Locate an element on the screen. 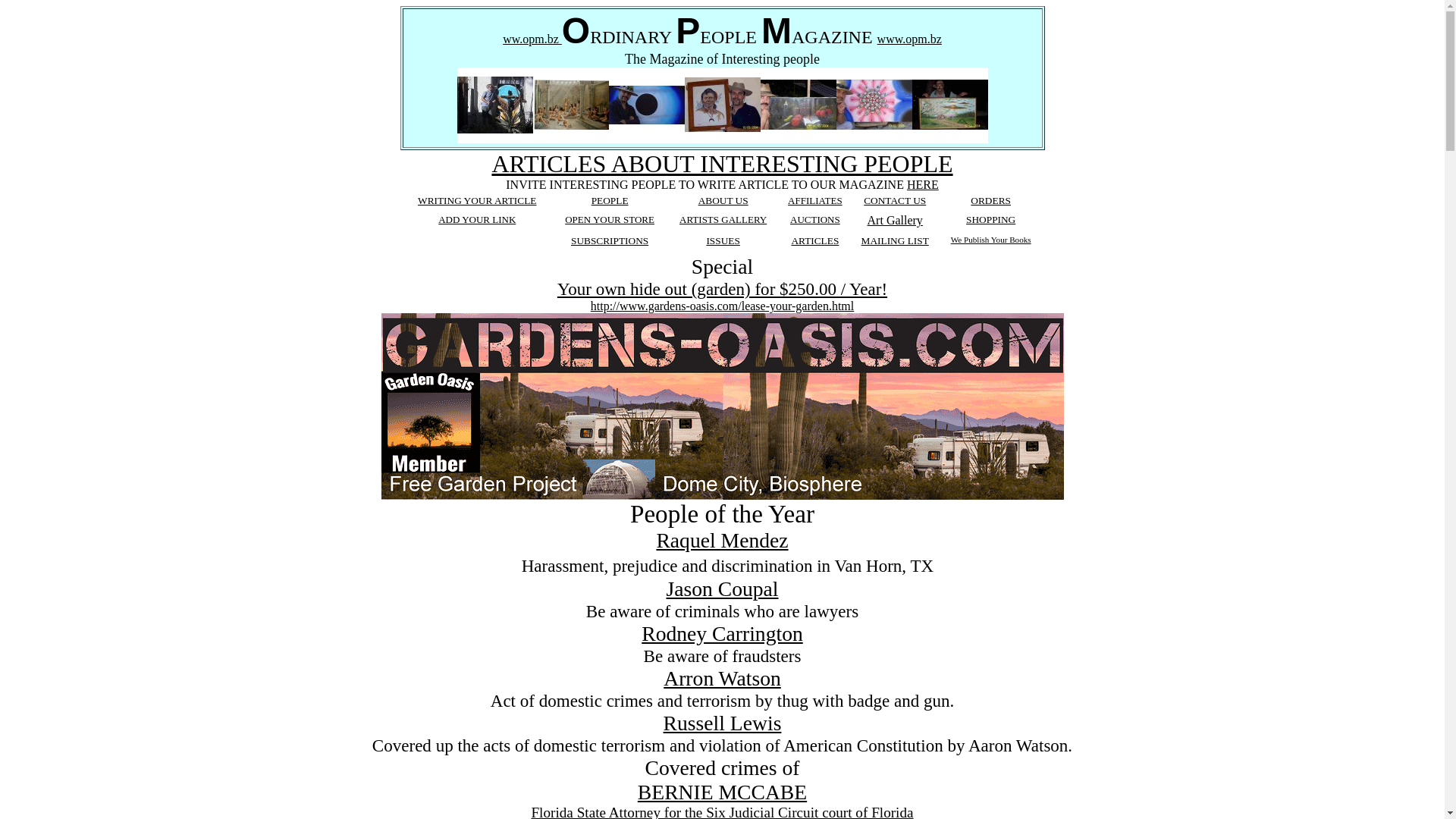 This screenshot has width=1456, height=819. 'ARTICLES' is located at coordinates (789, 240).